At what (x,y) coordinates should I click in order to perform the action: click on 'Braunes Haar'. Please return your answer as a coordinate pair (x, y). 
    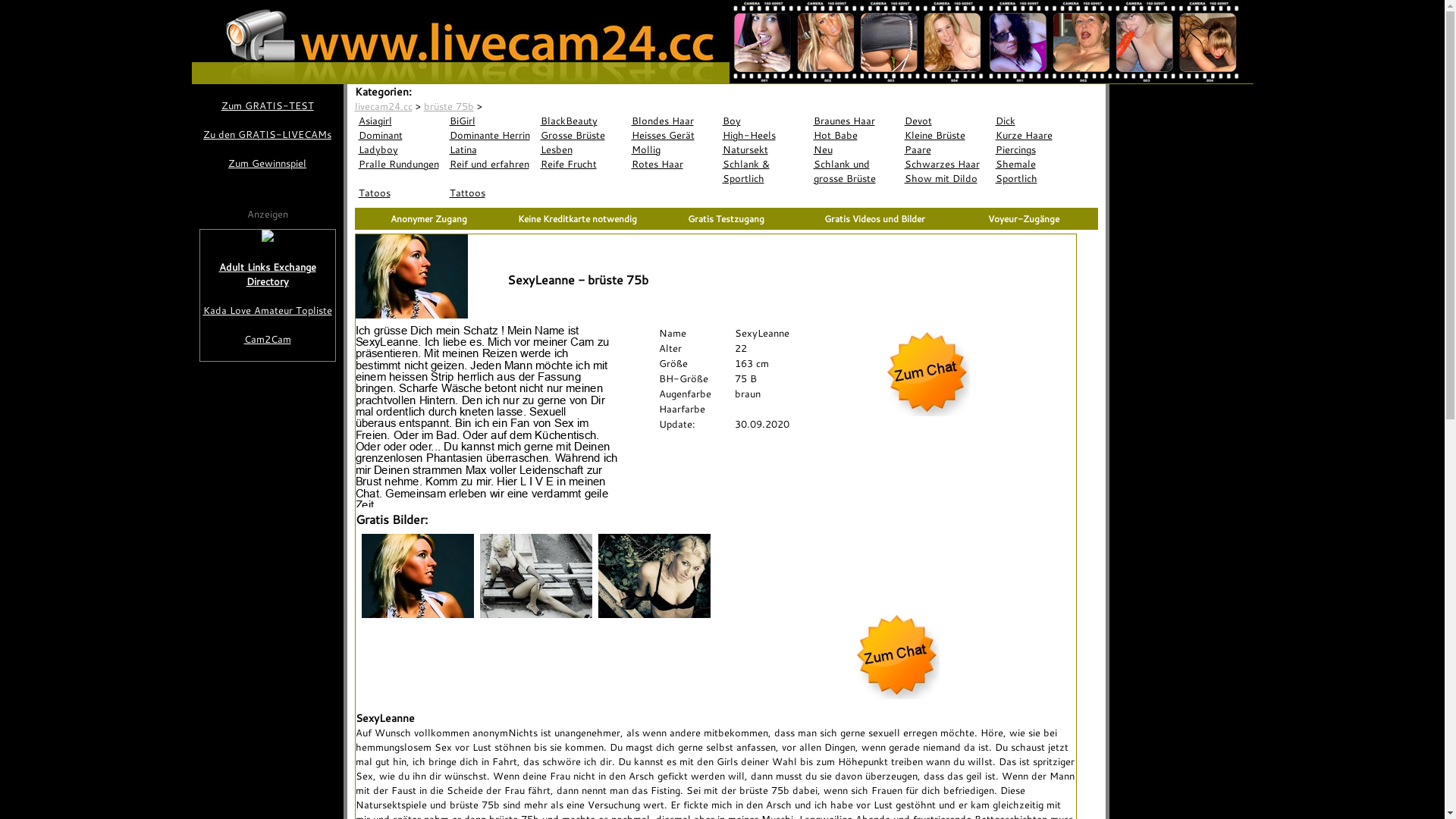
    Looking at the image, I should click on (855, 120).